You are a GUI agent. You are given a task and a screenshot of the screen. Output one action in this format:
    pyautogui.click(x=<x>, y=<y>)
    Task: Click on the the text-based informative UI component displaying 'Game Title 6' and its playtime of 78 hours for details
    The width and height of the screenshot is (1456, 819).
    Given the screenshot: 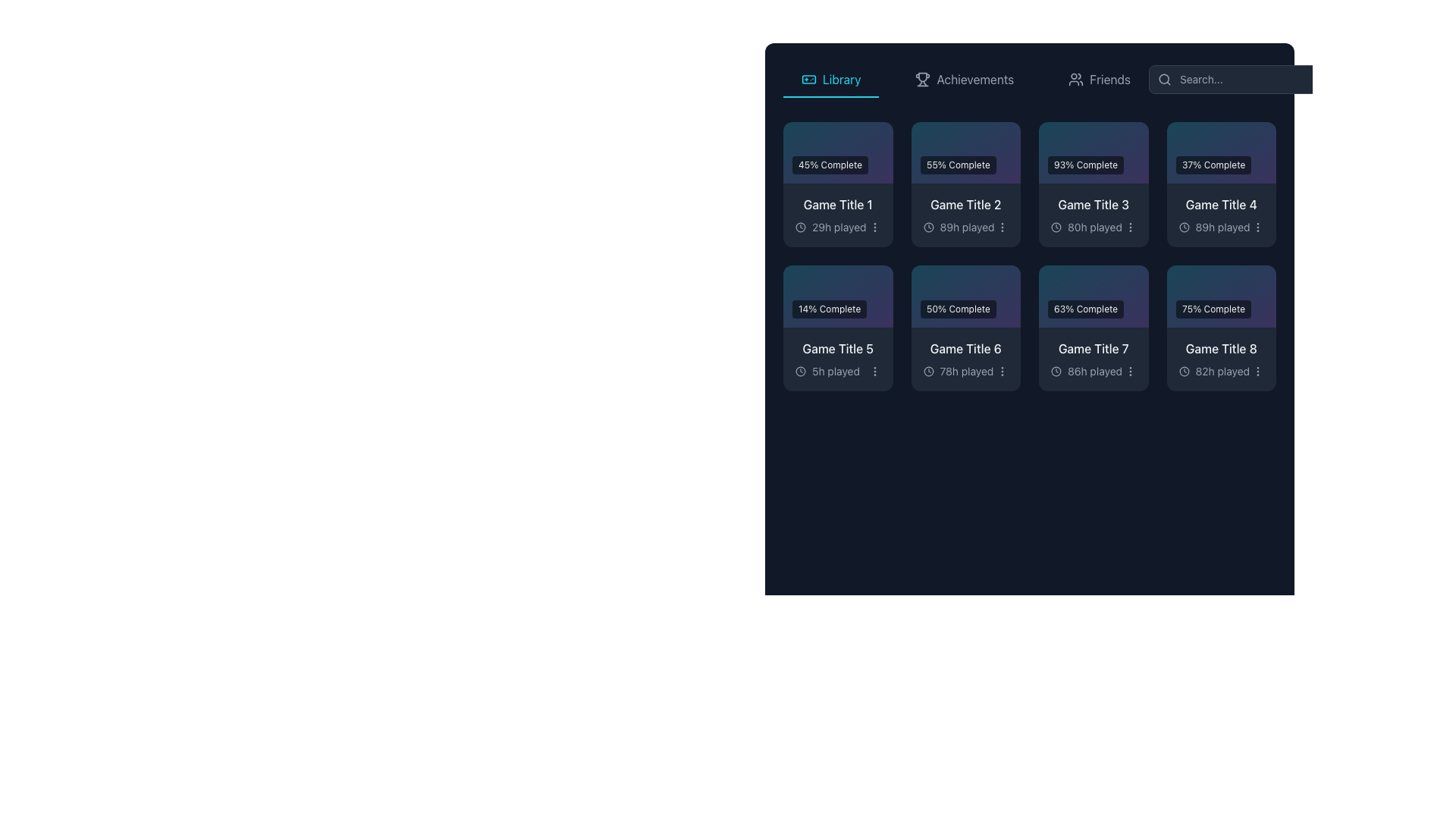 What is the action you would take?
    pyautogui.click(x=965, y=359)
    